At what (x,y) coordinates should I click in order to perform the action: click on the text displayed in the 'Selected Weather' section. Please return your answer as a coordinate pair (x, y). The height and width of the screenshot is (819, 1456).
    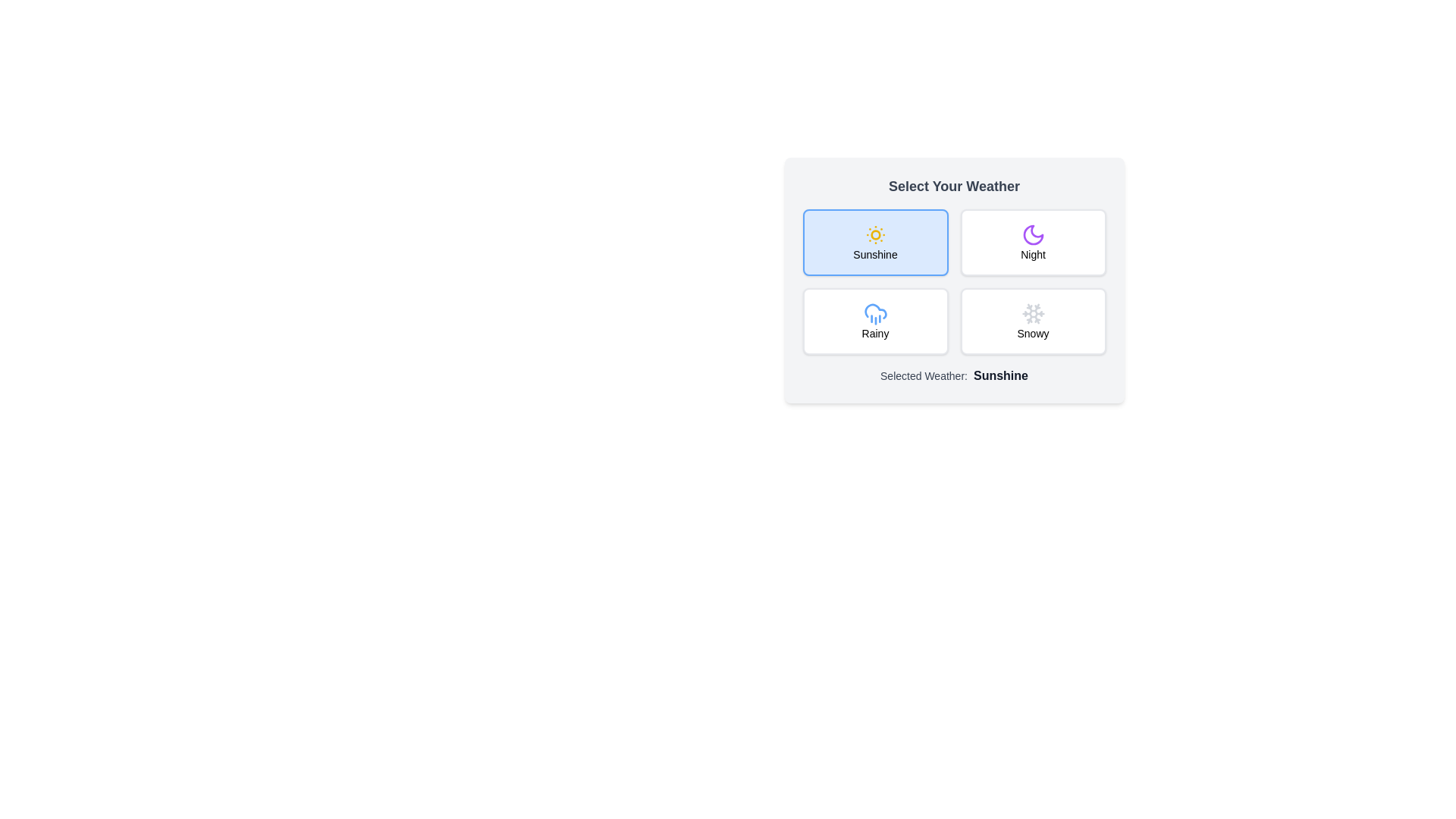
    Looking at the image, I should click on (953, 375).